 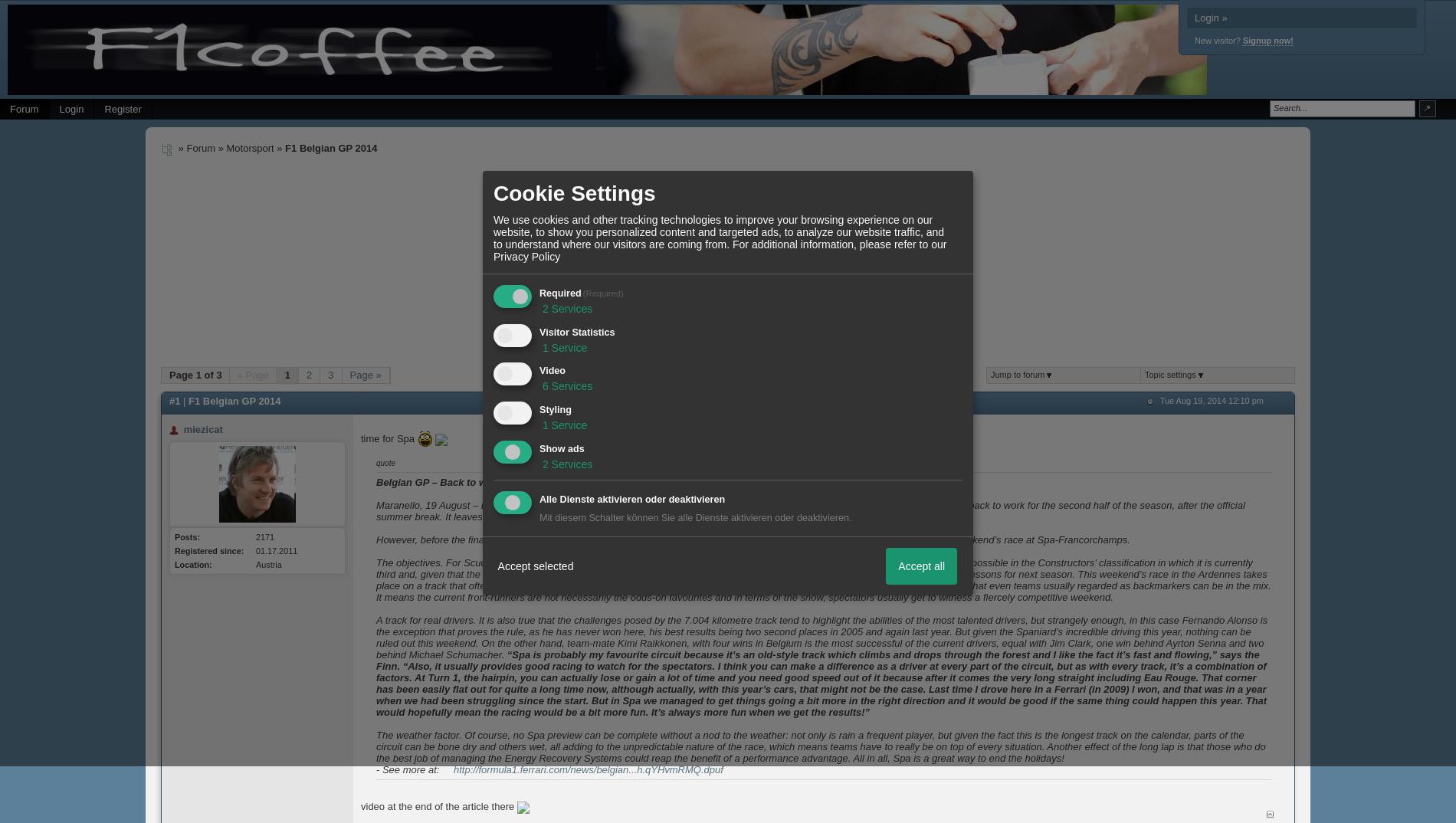 I want to click on 'Austria', so click(x=267, y=564).